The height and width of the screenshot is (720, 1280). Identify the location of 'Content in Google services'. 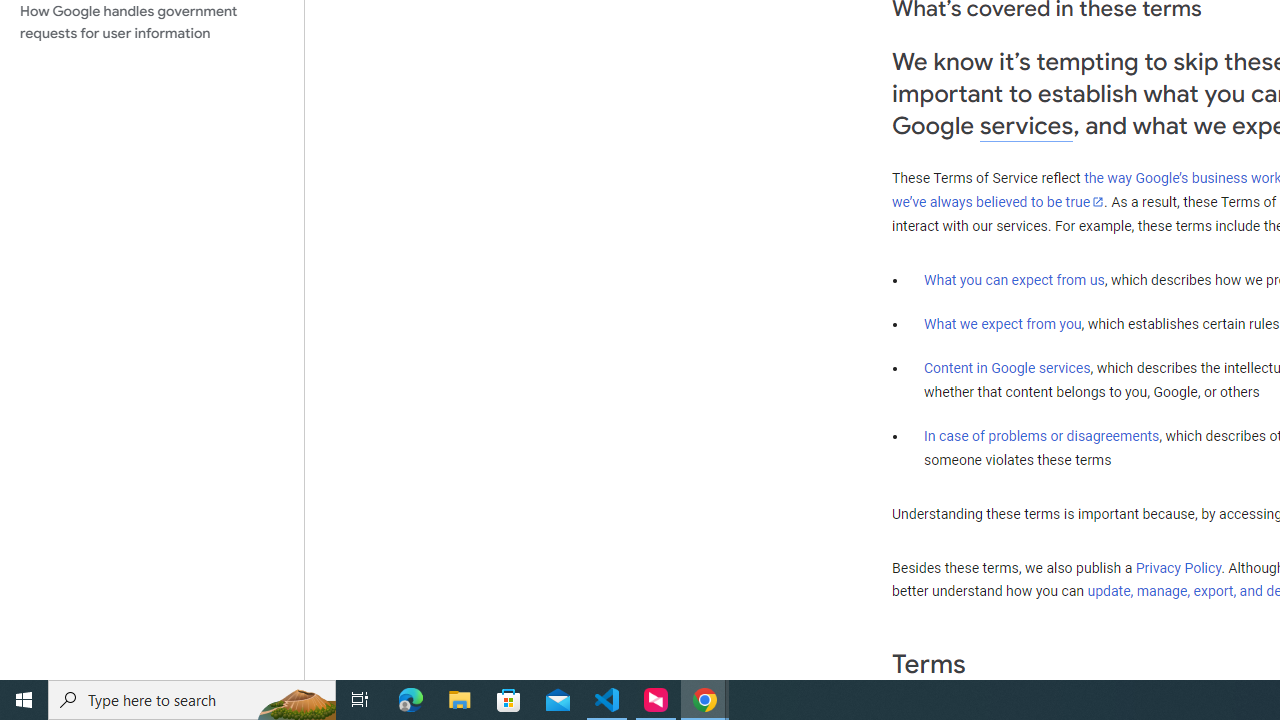
(1007, 368).